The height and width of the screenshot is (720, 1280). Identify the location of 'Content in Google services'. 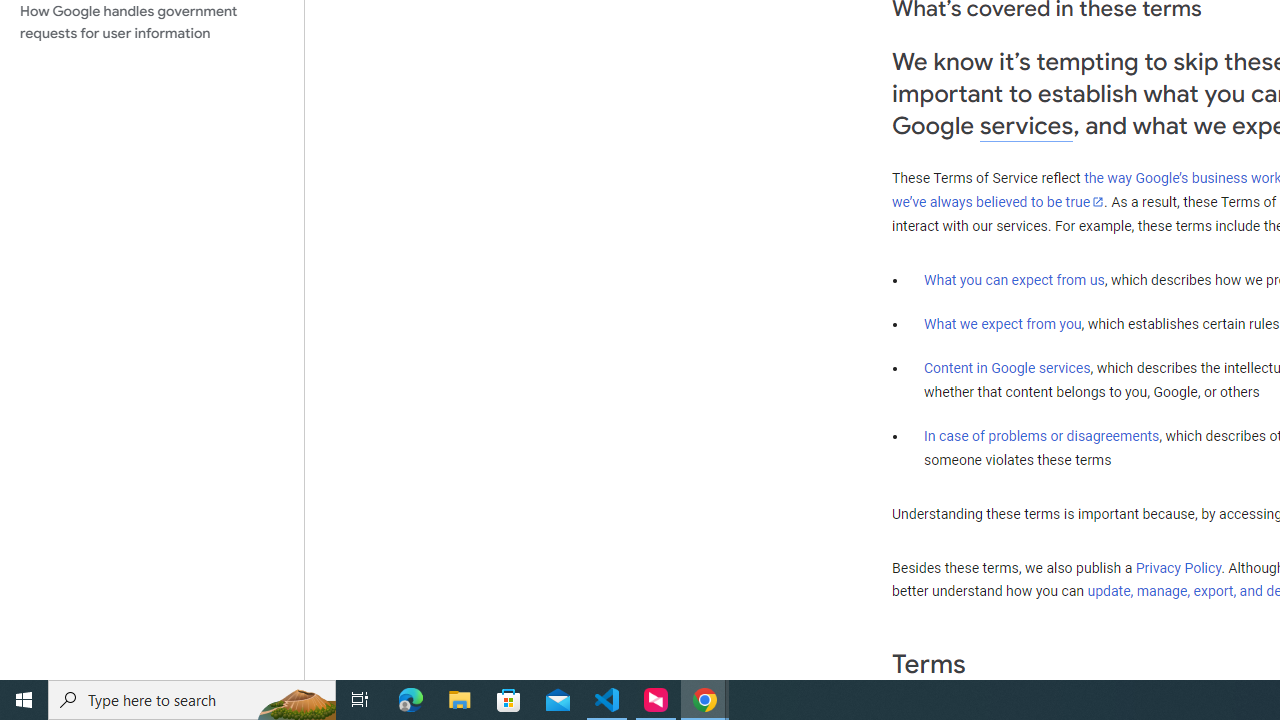
(1007, 368).